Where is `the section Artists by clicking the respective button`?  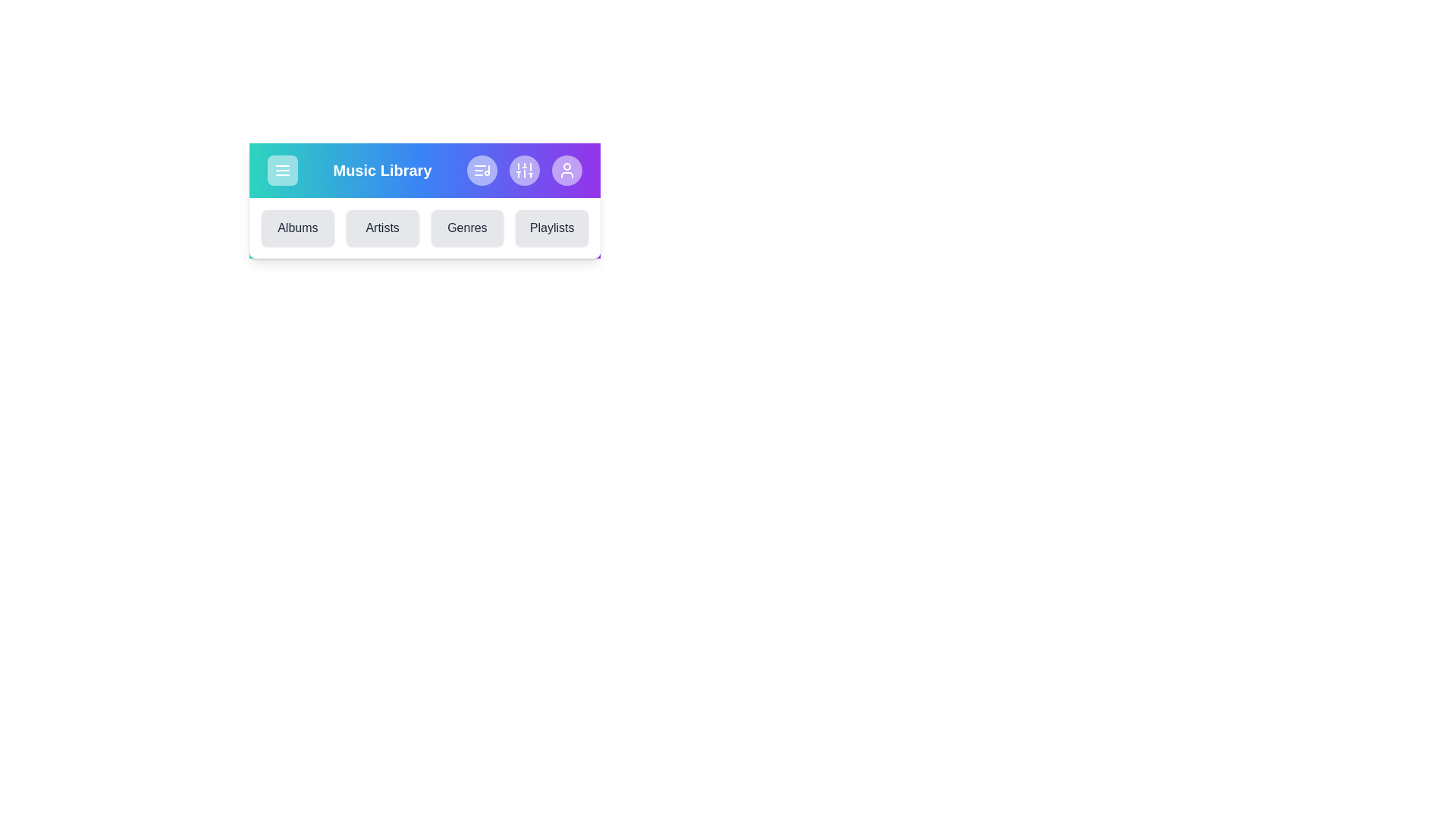 the section Artists by clicking the respective button is located at coordinates (382, 227).